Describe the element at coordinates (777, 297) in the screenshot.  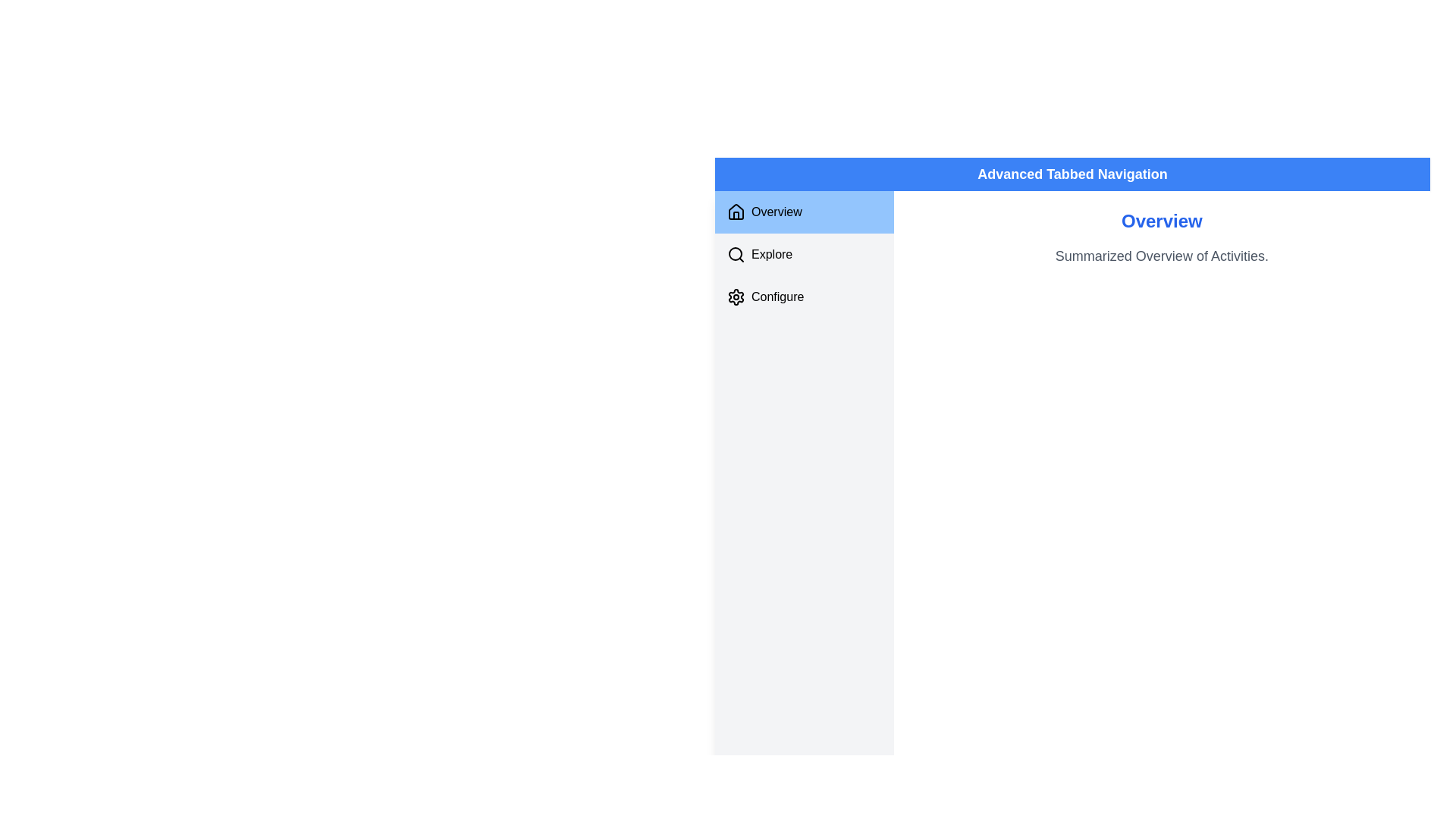
I see `the text label for the configuration settings located to the right of the gear icon in the sidebar menu` at that location.